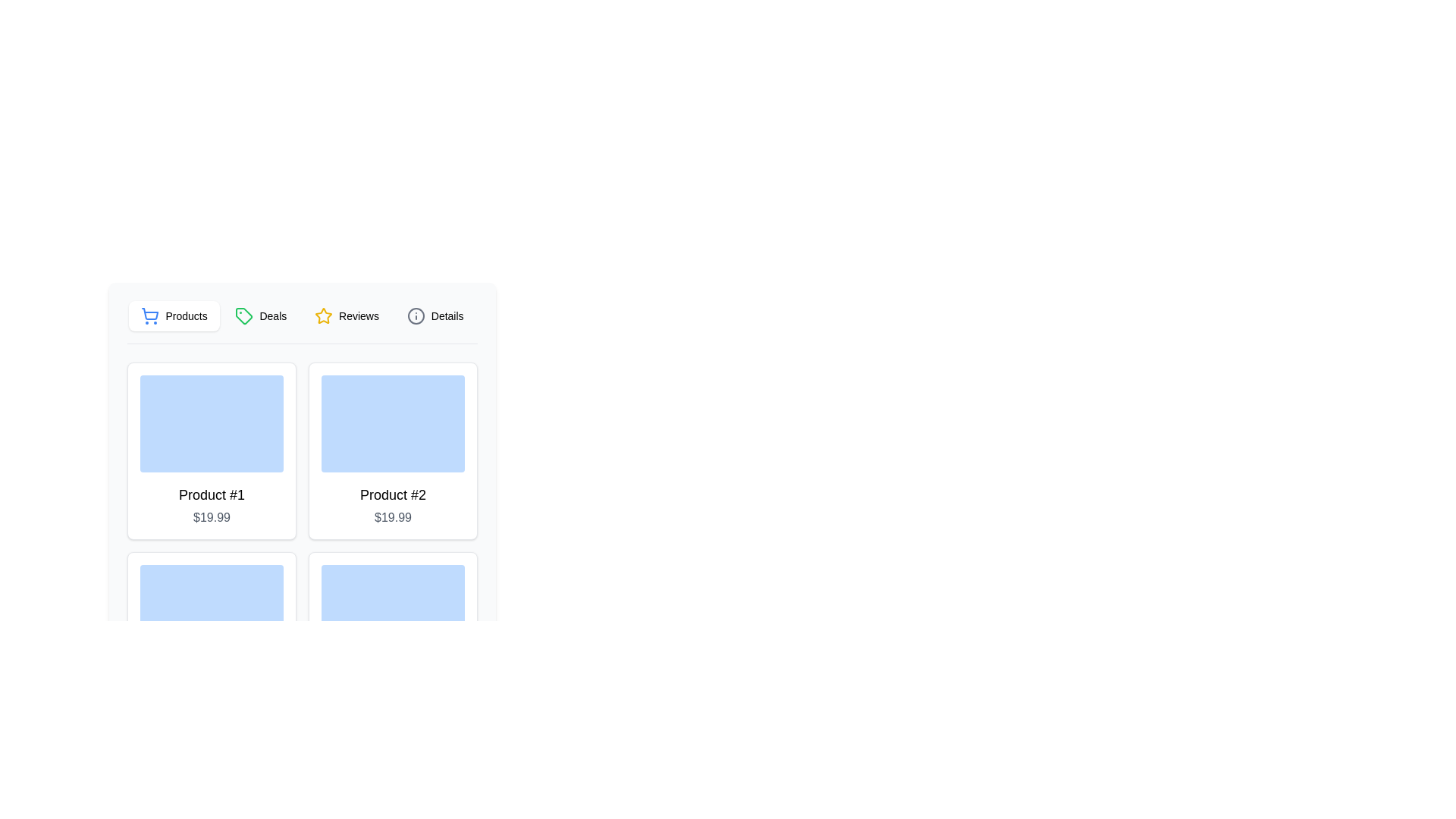  Describe the element at coordinates (174, 315) in the screenshot. I see `the 'Products' navigation button located in the top-left corner of the button group in the navigation bar` at that location.